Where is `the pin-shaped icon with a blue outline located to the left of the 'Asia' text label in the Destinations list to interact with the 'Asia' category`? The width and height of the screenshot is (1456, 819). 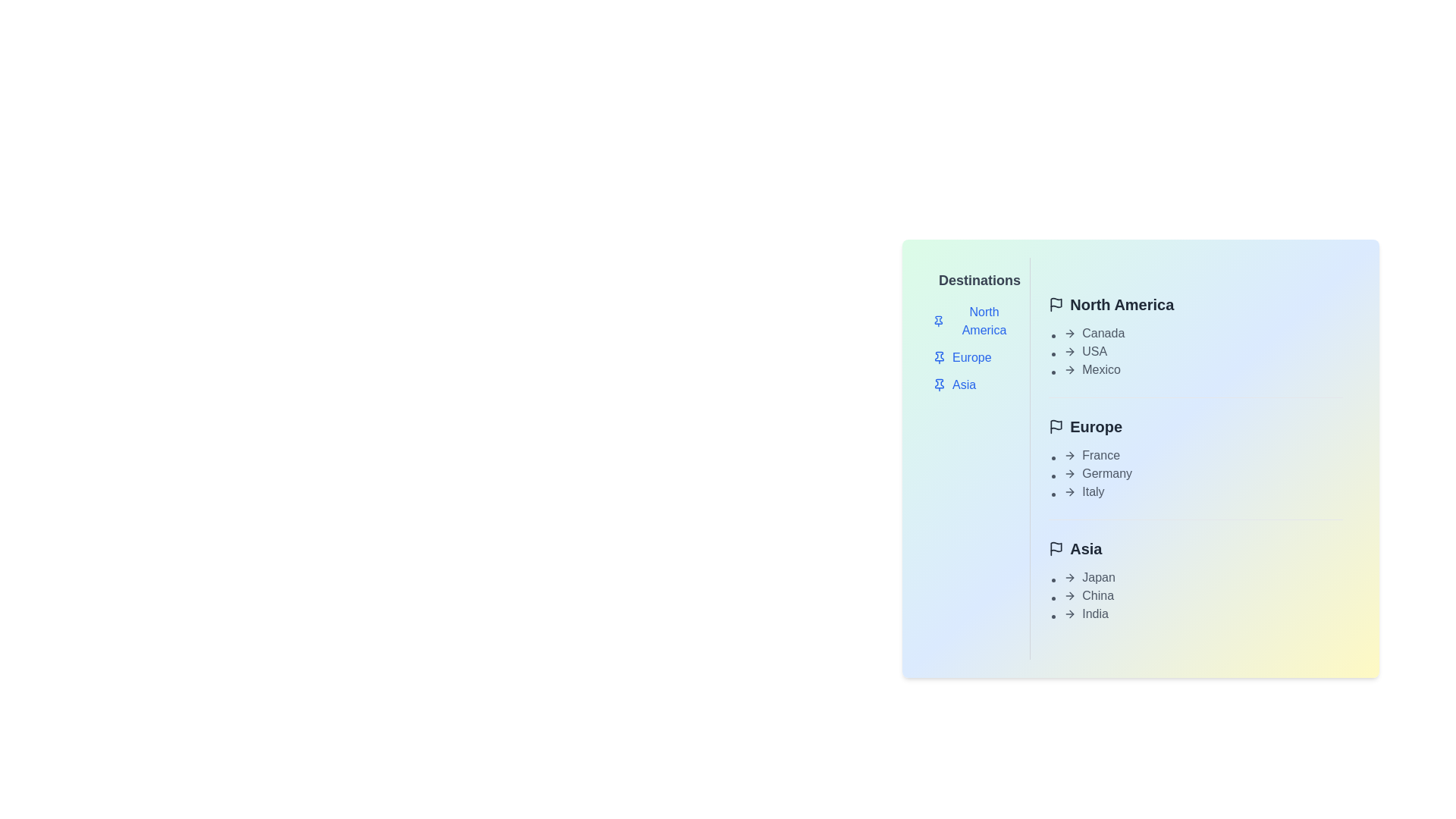
the pin-shaped icon with a blue outline located to the left of the 'Asia' text label in the Destinations list to interact with the 'Asia' category is located at coordinates (938, 384).